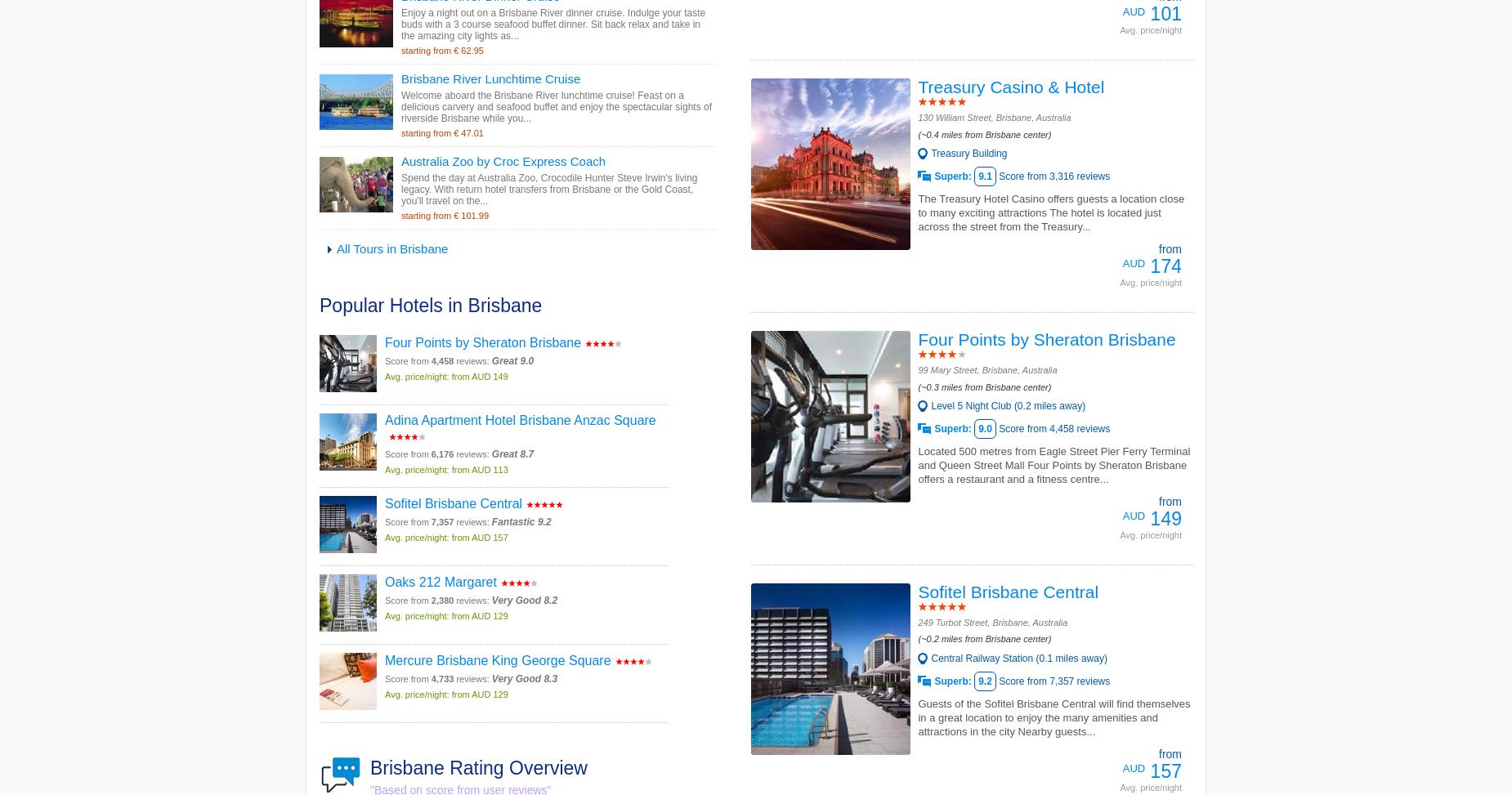  Describe the element at coordinates (916, 86) in the screenshot. I see `'Treasury Casino & Hotel'` at that location.